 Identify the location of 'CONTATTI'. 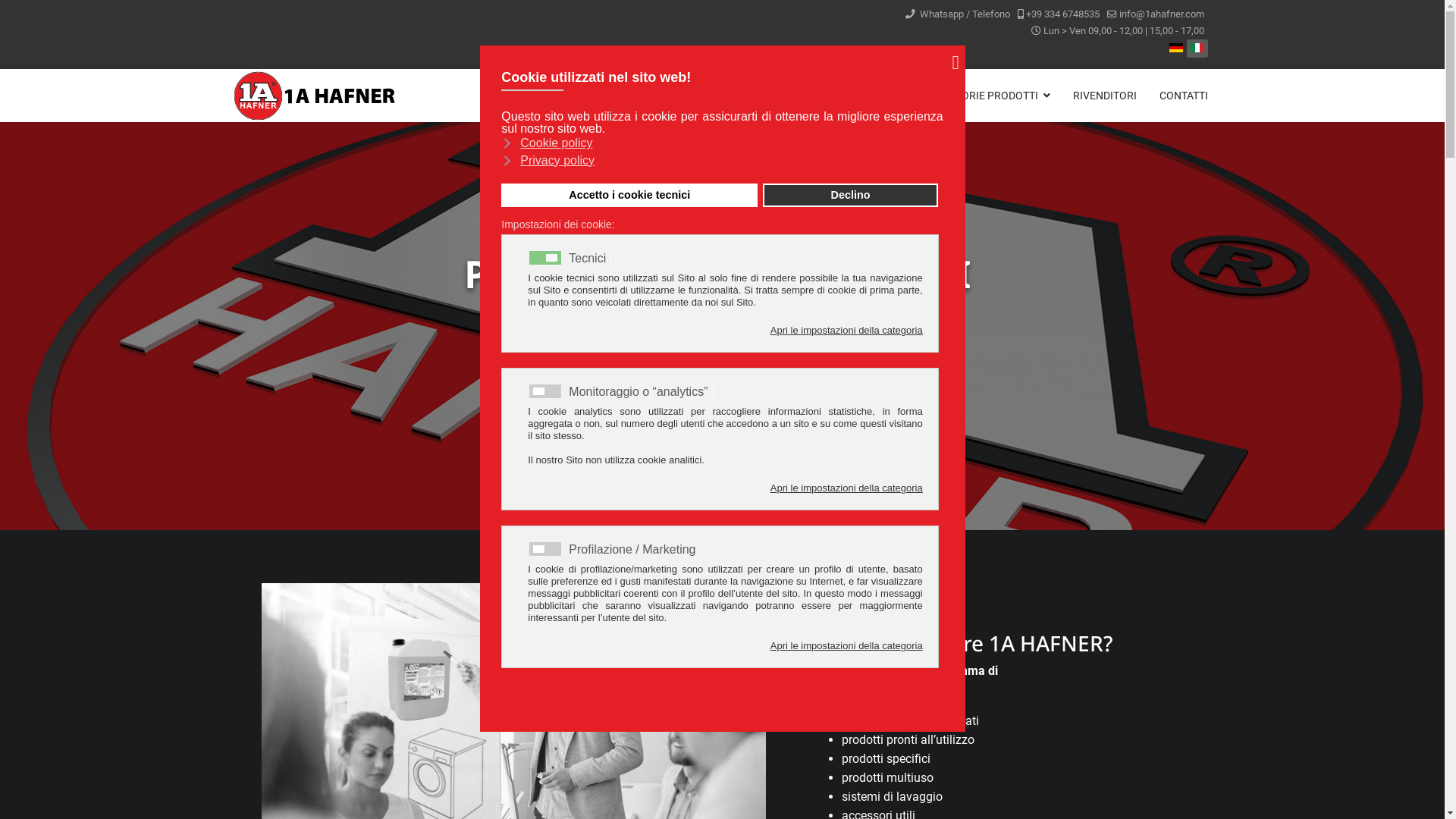
(1177, 96).